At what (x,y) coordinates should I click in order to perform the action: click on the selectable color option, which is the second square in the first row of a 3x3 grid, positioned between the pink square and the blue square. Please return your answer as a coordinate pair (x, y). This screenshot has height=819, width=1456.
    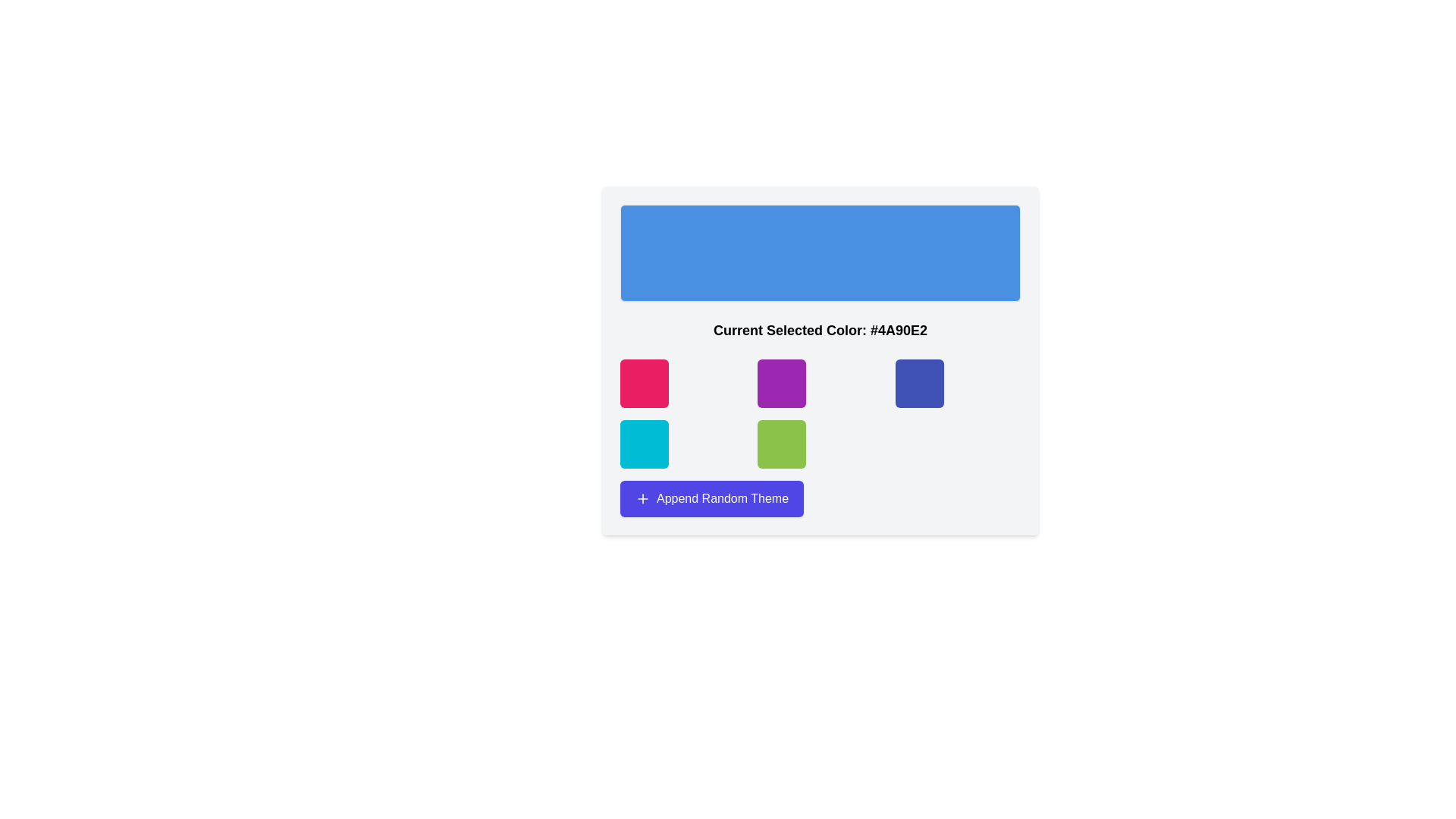
    Looking at the image, I should click on (782, 382).